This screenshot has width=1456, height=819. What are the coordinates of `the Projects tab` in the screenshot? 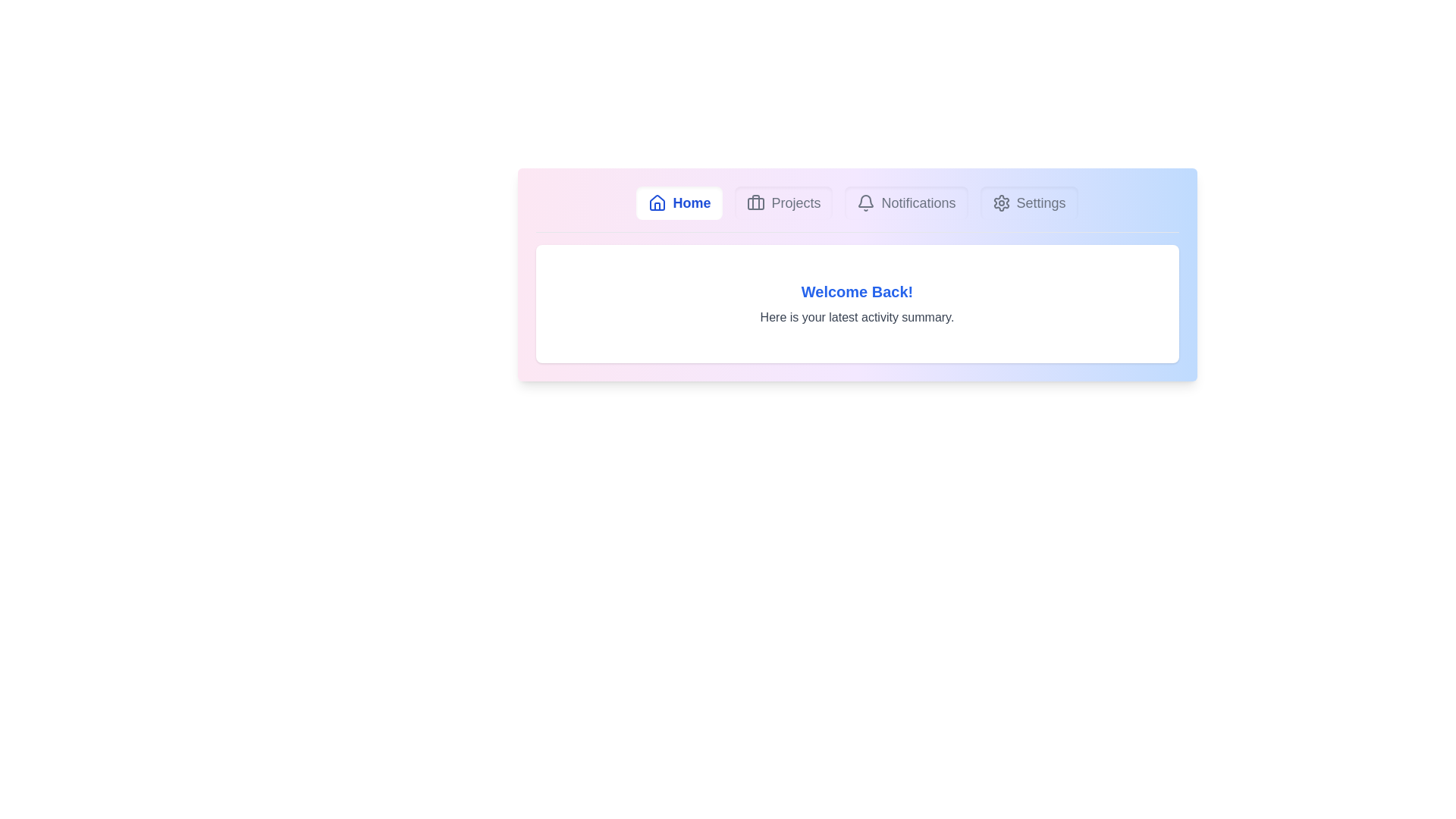 It's located at (783, 202).